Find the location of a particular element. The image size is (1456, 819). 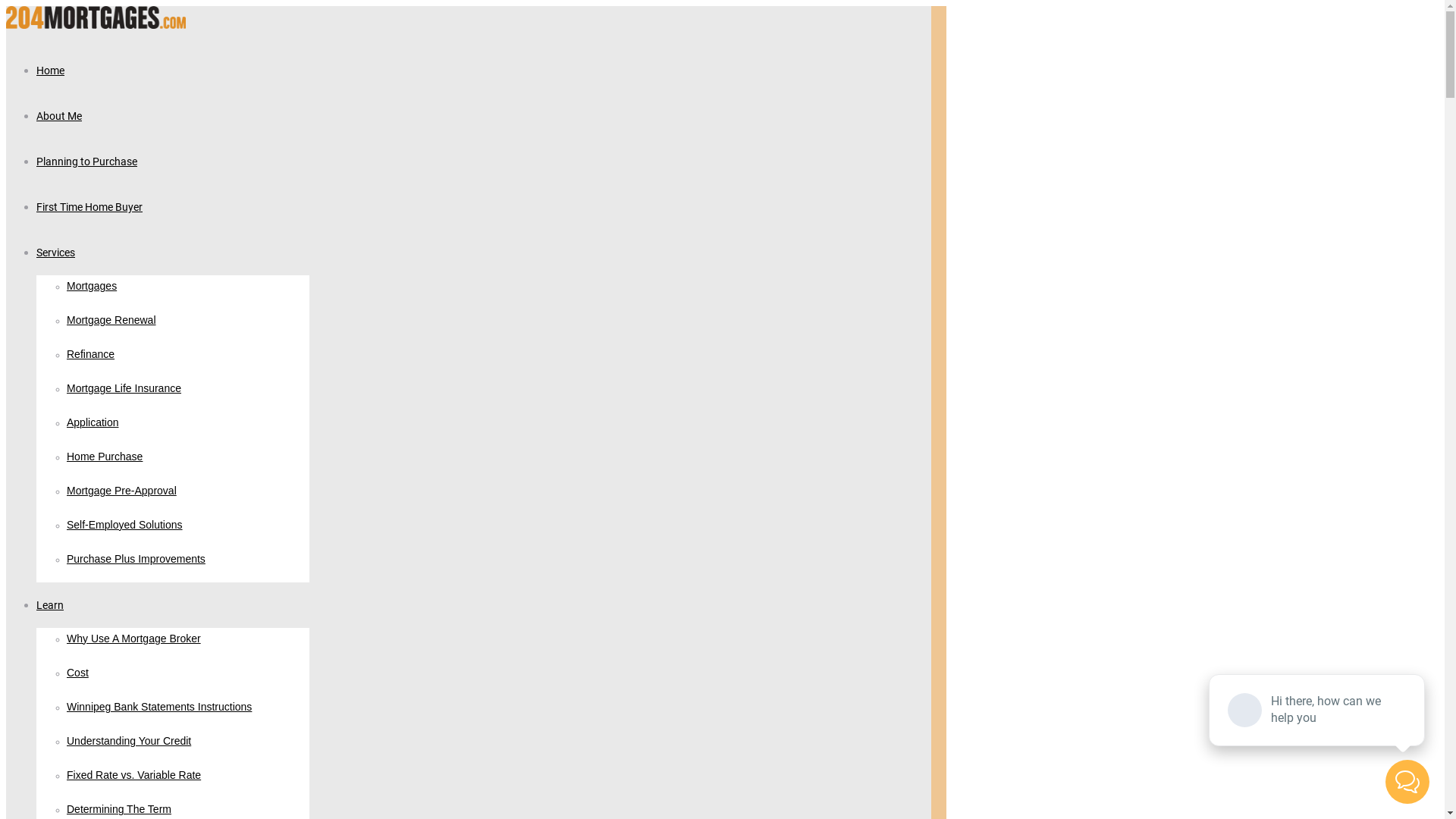

'204 Mortgages' is located at coordinates (95, 24).